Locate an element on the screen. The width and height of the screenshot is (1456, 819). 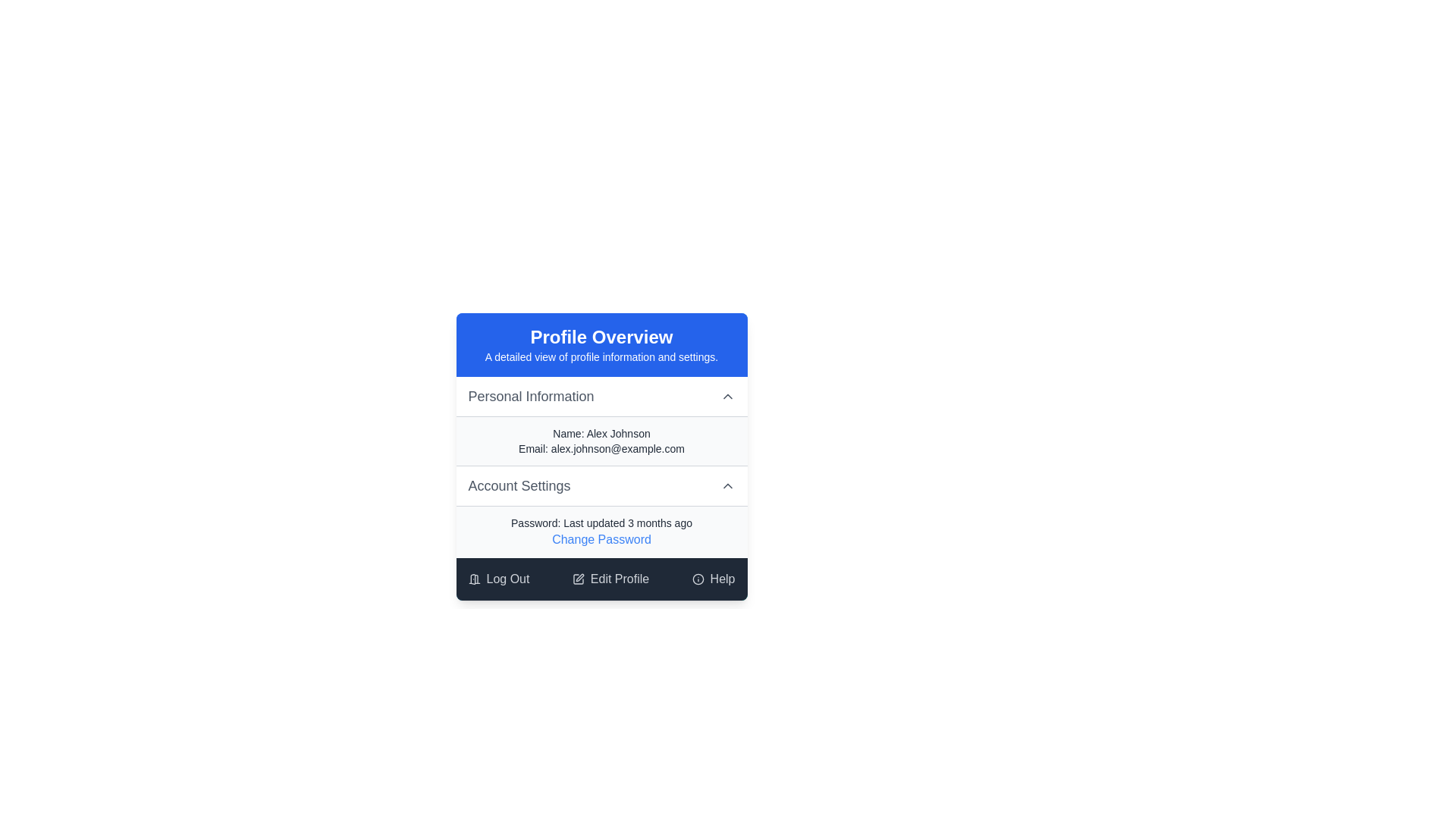
the 'Edit Profile' button in the Navigation bar located at the bottom of the 'Profile Overview' panel is located at coordinates (601, 579).